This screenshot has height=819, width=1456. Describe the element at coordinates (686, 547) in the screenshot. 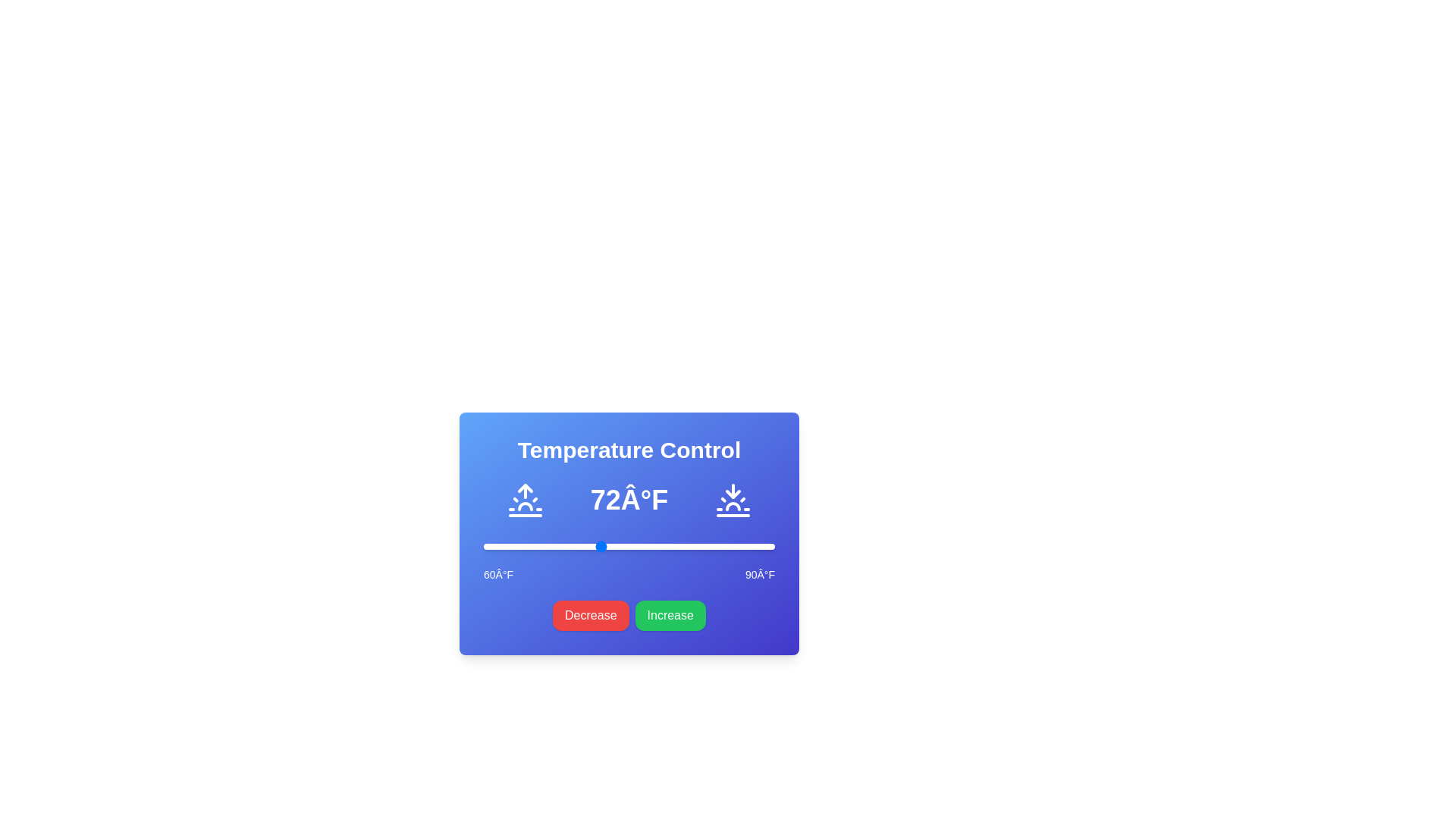

I see `the temperature to 81°F using the slider` at that location.